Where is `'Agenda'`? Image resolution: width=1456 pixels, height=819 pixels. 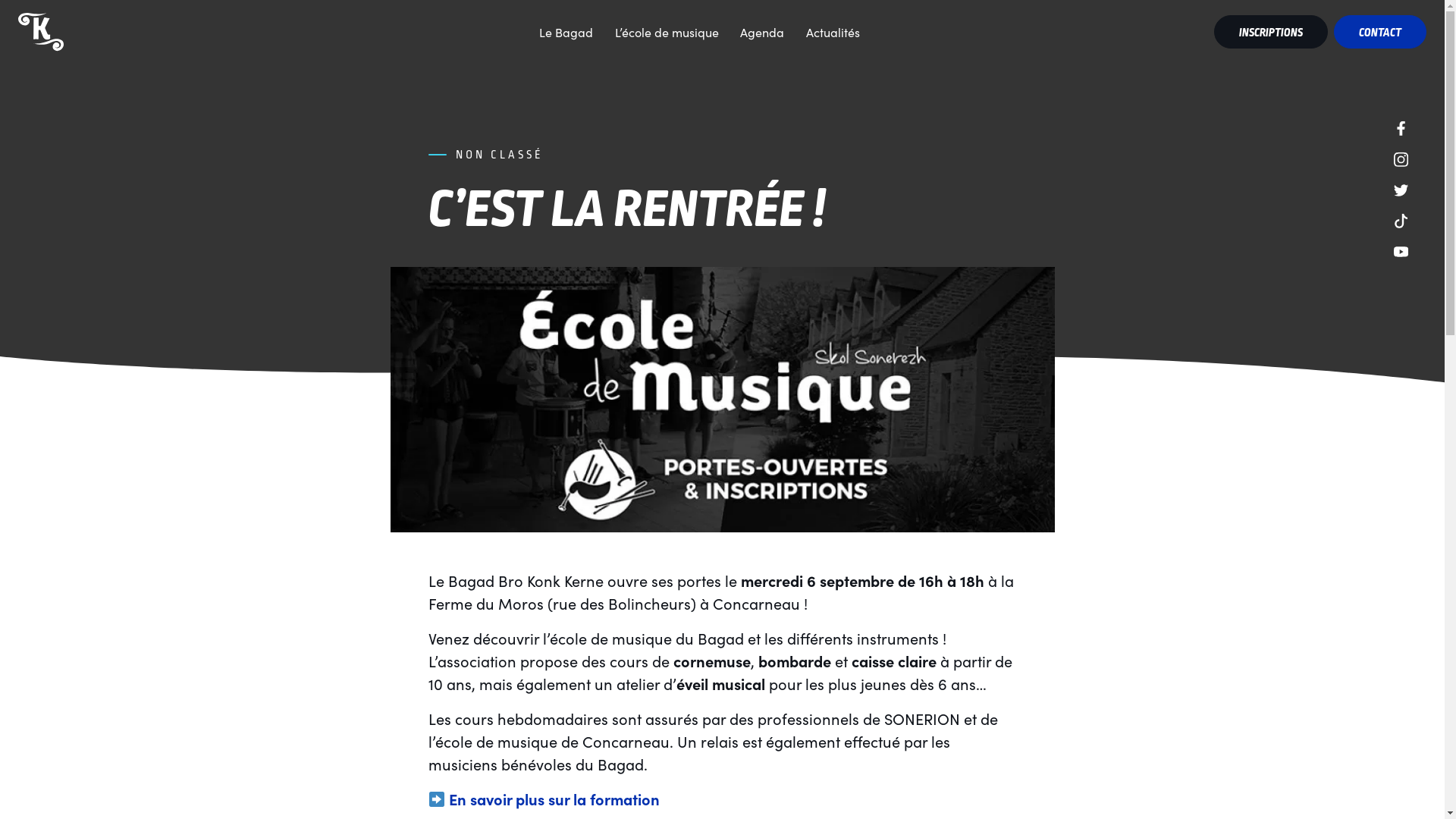
'Agenda' is located at coordinates (762, 32).